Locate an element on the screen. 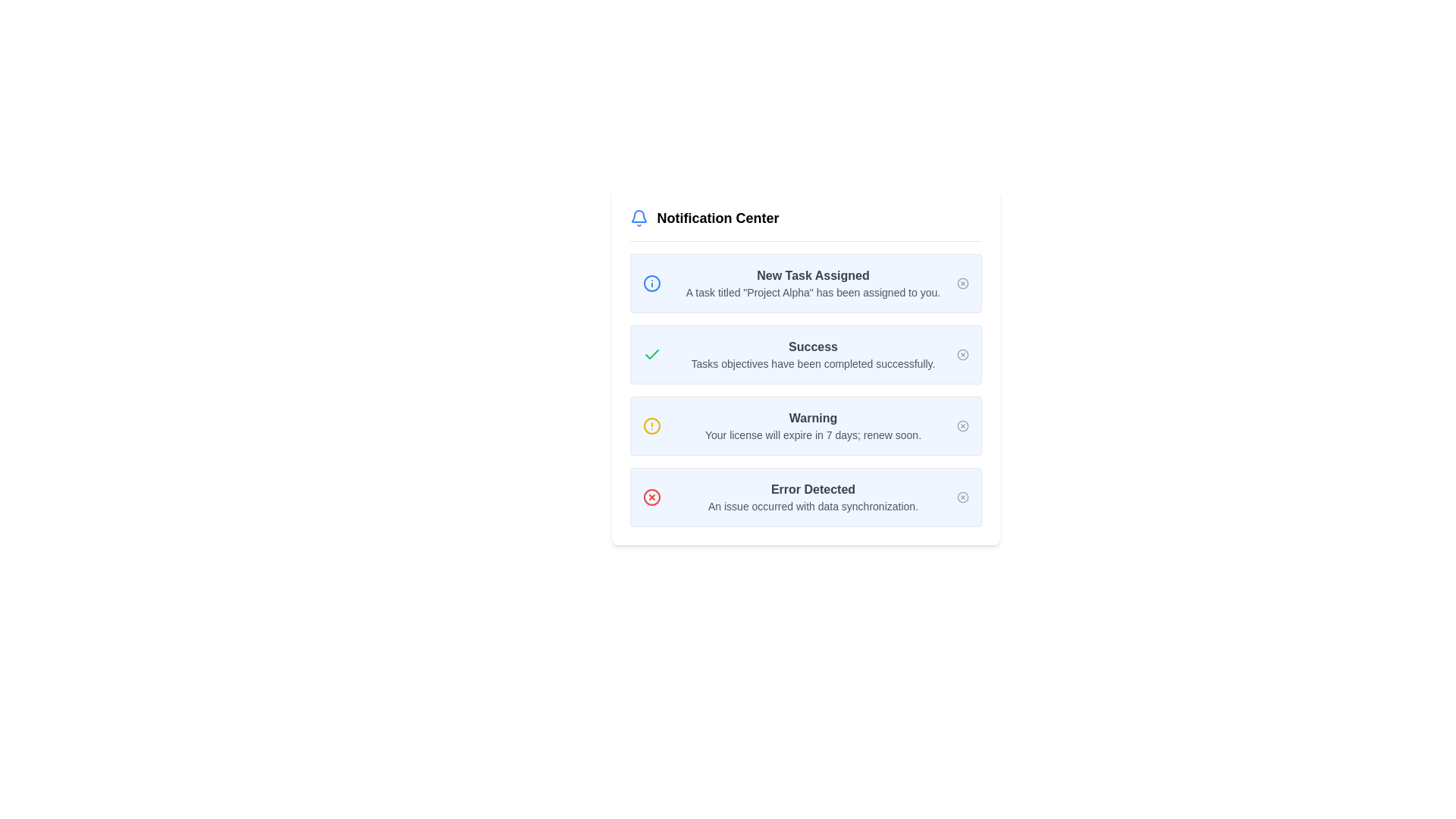 The width and height of the screenshot is (1456, 819). the close button in the top-right corner of the 'Success' notification block is located at coordinates (962, 354).